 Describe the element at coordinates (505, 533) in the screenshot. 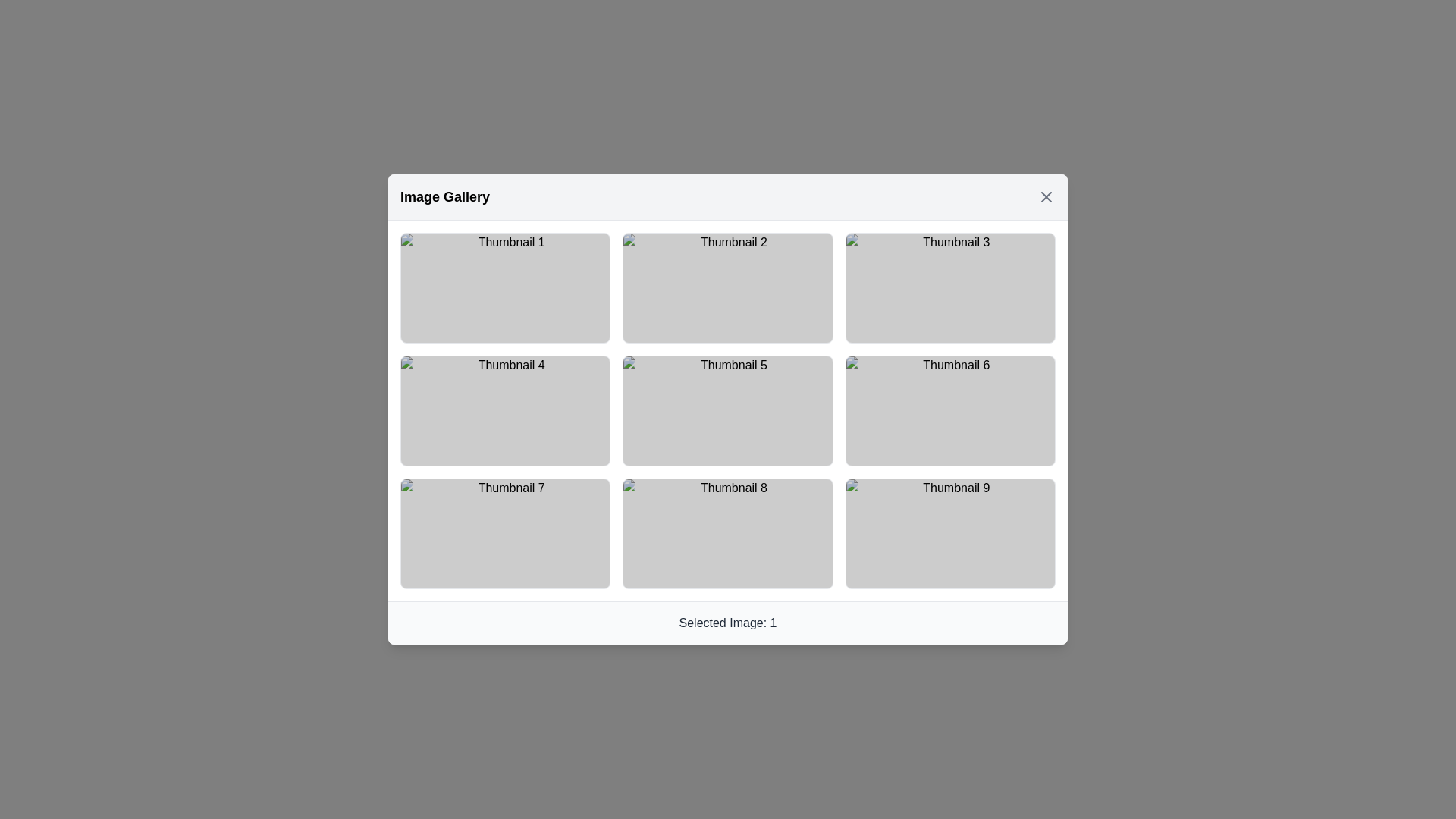

I see `the first image thumbnail` at that location.